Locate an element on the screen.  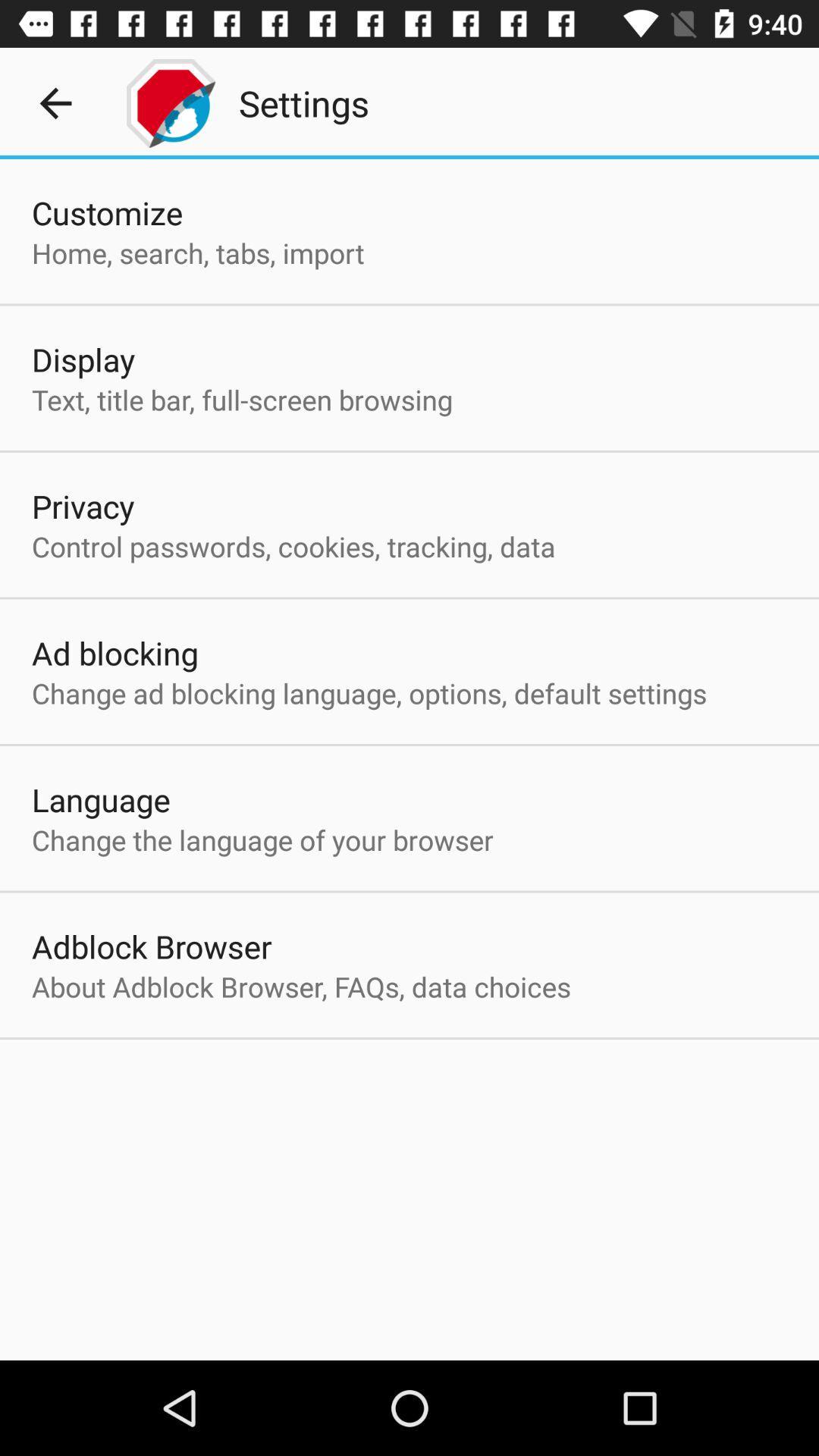
the text title bar icon is located at coordinates (241, 400).